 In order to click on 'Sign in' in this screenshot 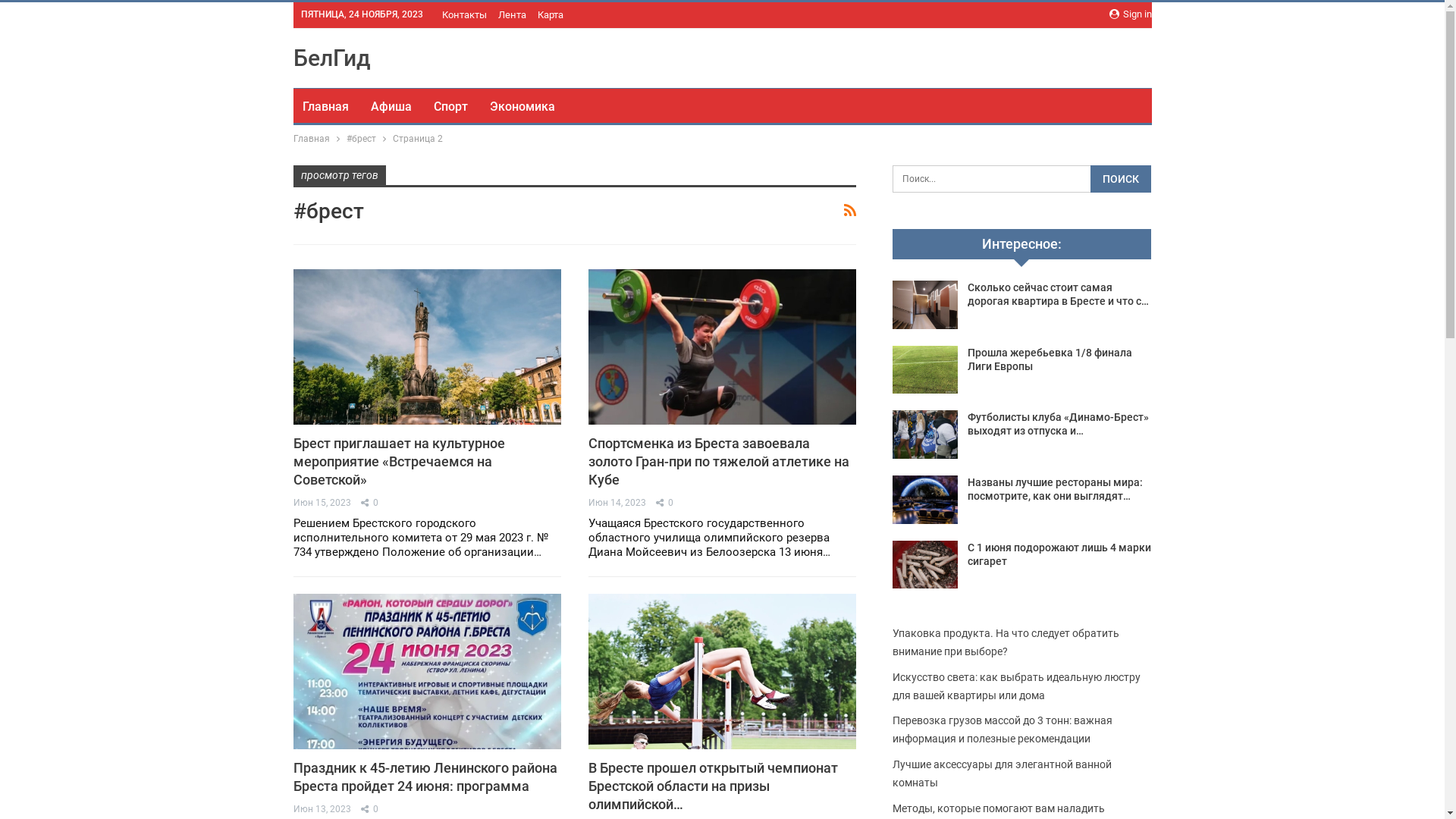, I will do `click(1129, 14)`.